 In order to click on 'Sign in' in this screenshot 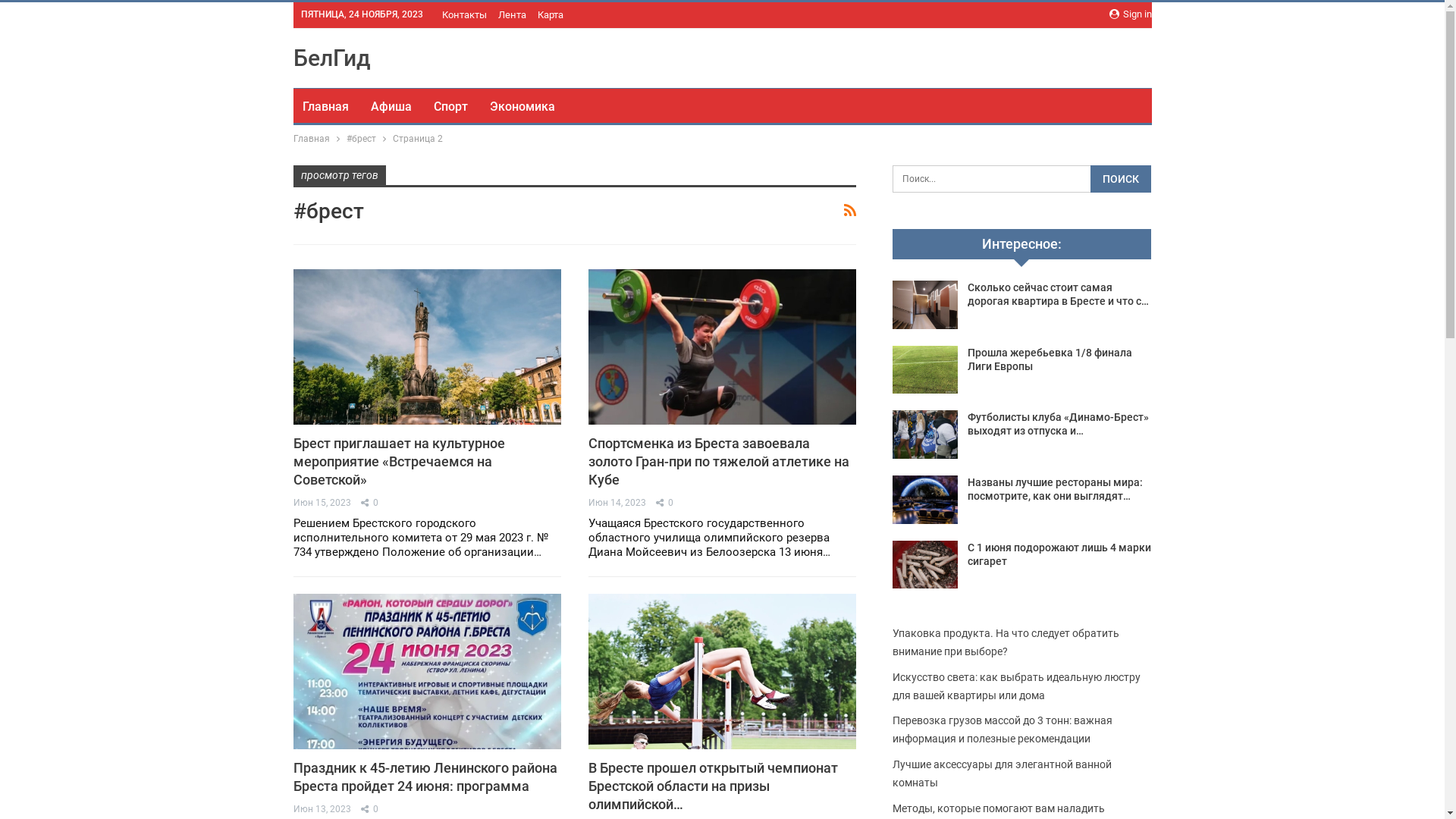, I will do `click(1129, 14)`.